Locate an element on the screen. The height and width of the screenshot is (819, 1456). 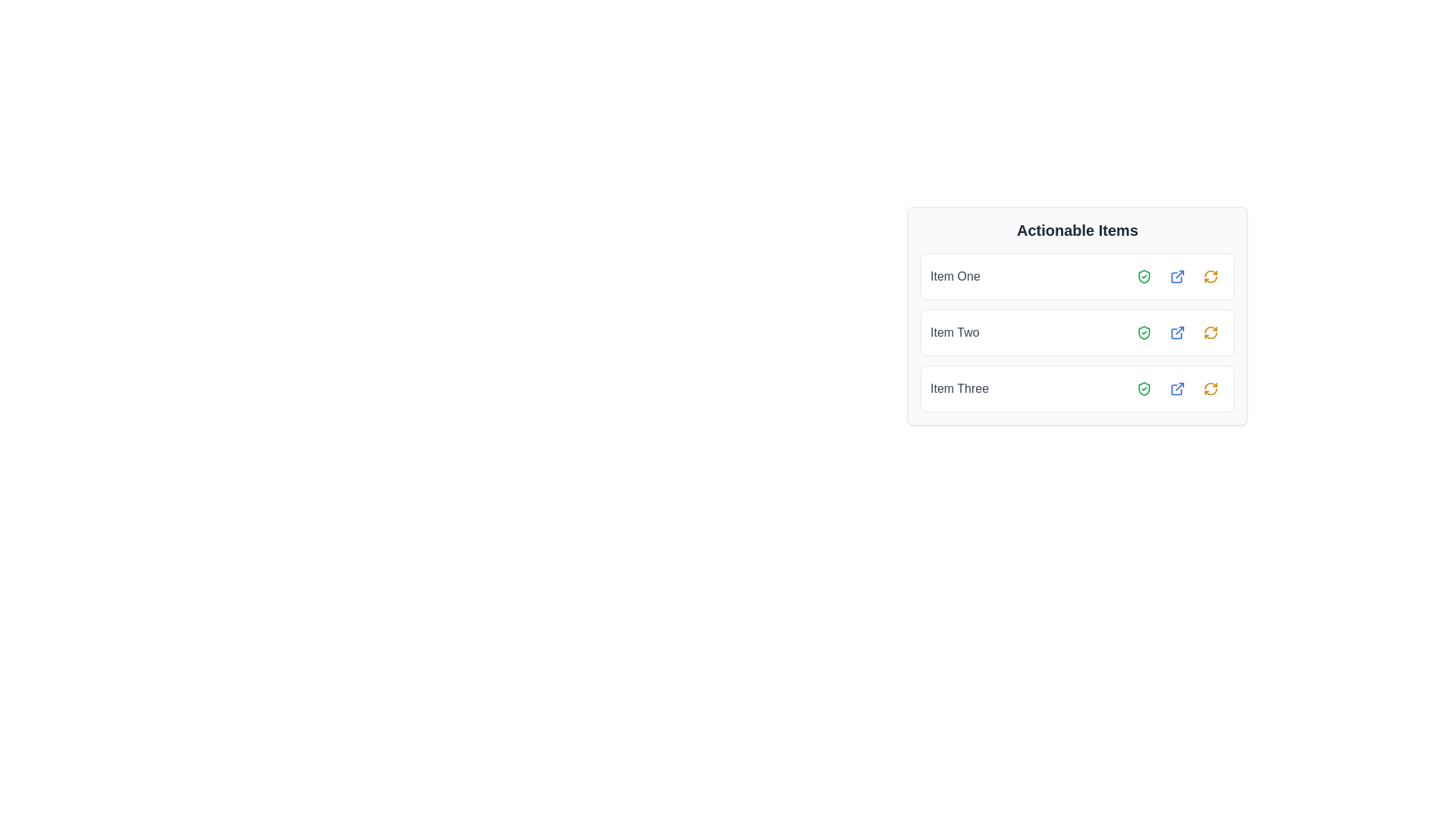
the refresh button located in the last row of the 'Actionable Items' list under 'Item Three' is located at coordinates (1210, 388).